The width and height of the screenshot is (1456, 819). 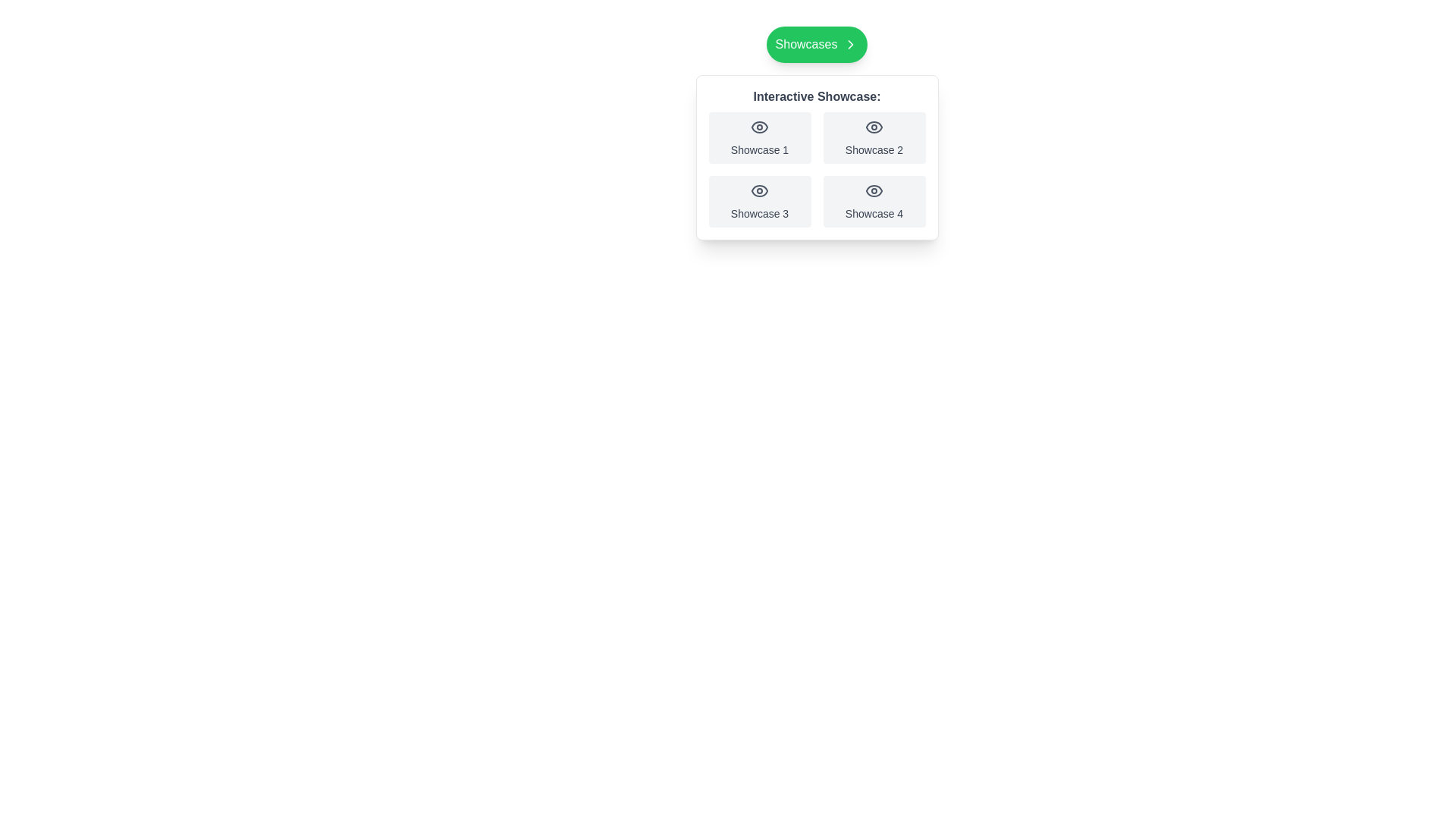 I want to click on the text label reading 'Showcase 4', which is located in the bottom-right corner of the 'Interactive Showcase' section, so click(x=874, y=213).